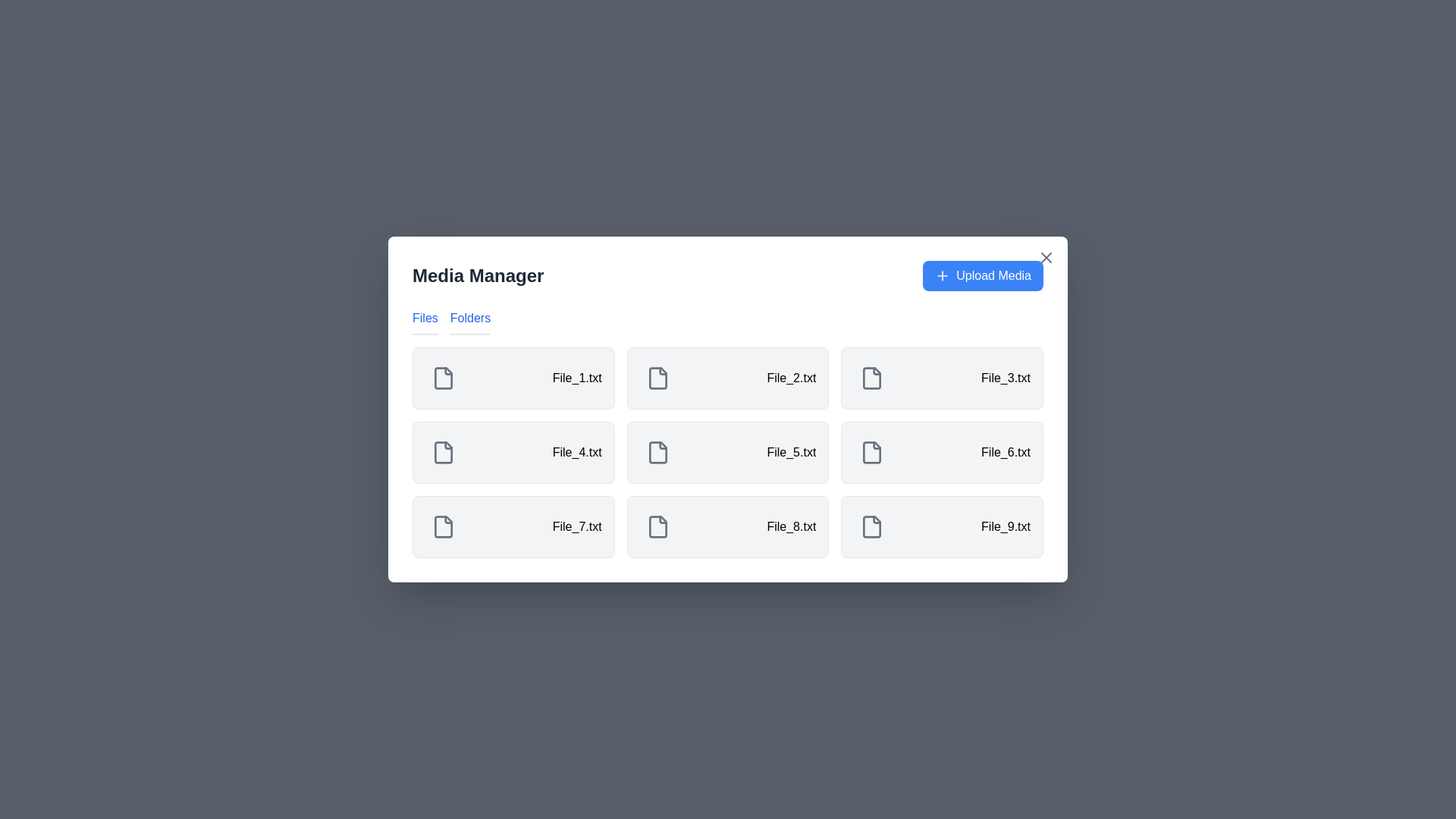  What do you see at coordinates (1006, 526) in the screenshot?
I see `text of the file name displayed in the lower-right corner of the grid within the 'Media Manager' dialog, which is part of the last row in the grid layout` at bounding box center [1006, 526].